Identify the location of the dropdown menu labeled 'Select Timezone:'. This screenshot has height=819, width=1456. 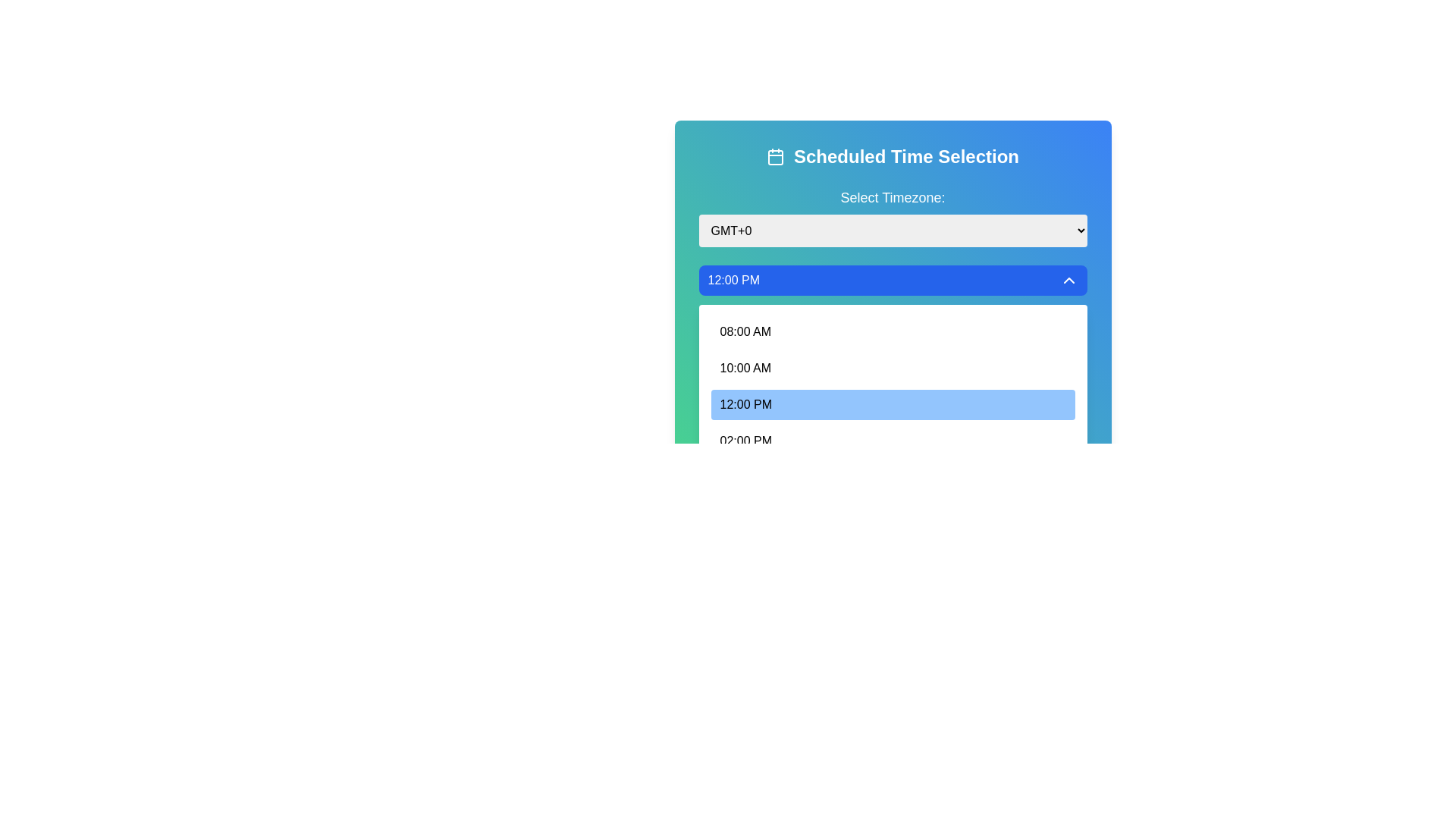
(893, 217).